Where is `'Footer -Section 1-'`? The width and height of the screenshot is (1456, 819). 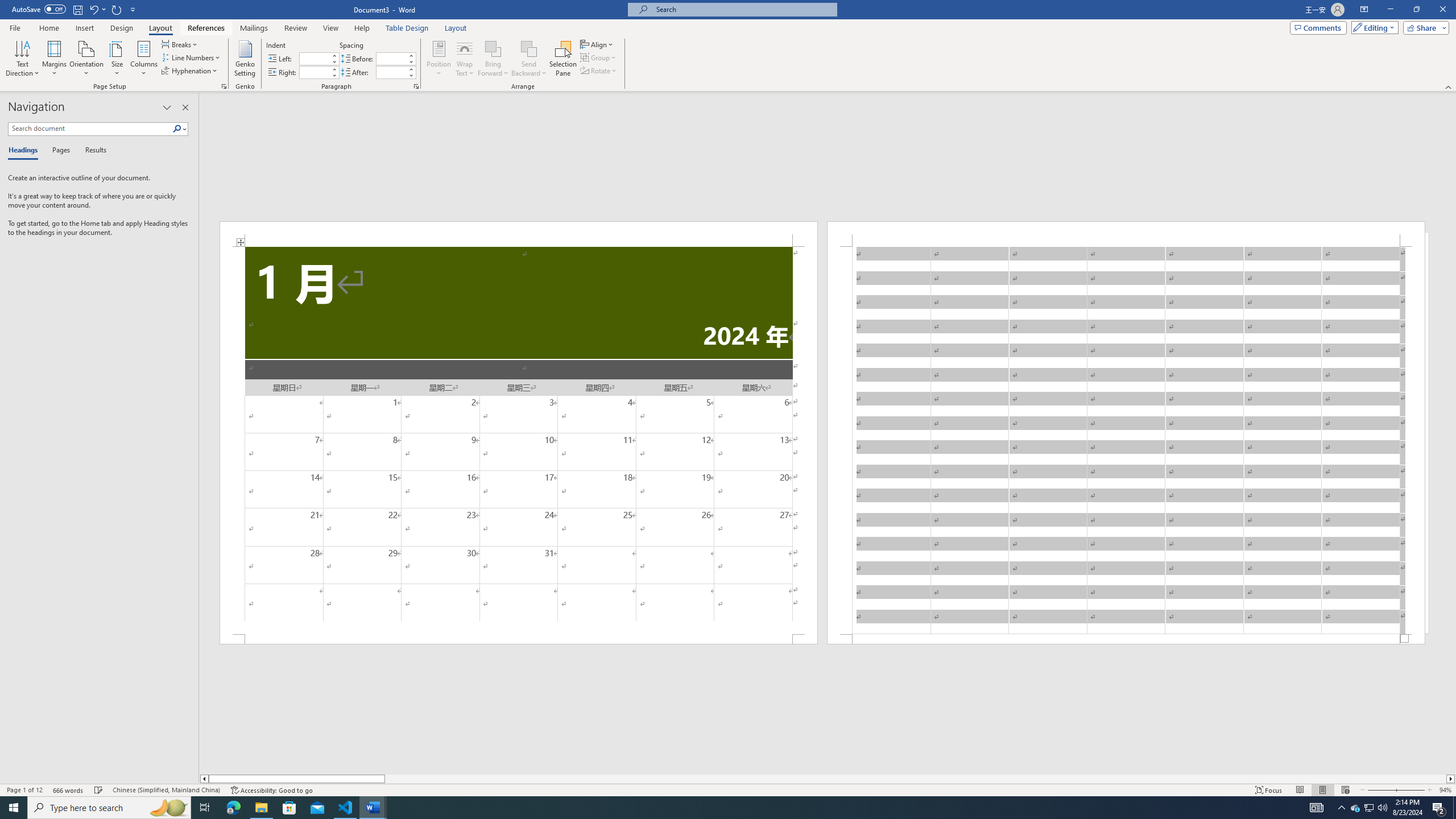
'Footer -Section 1-' is located at coordinates (1126, 638).